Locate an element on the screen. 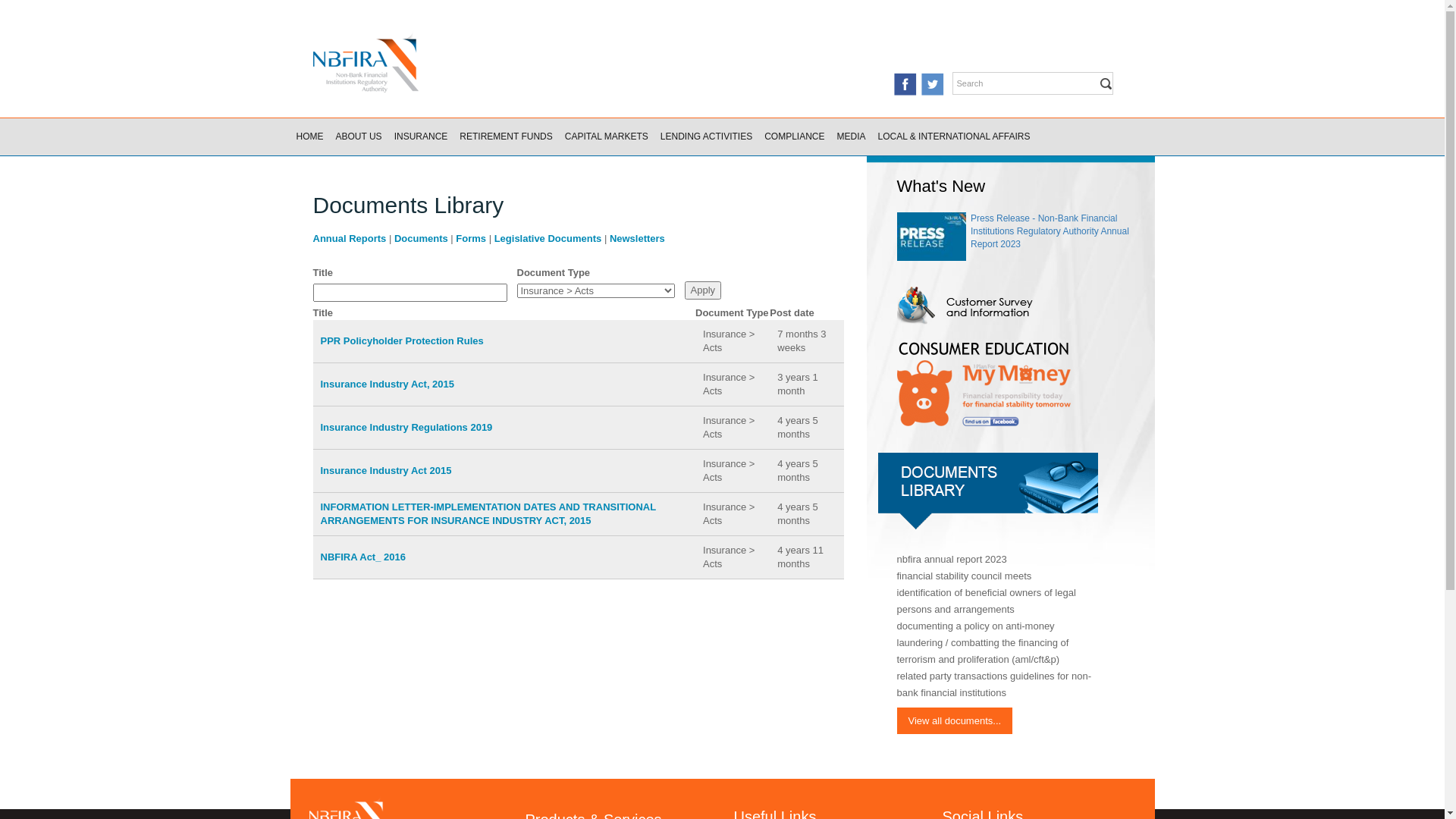 Image resolution: width=1456 pixels, height=819 pixels. 'INSURANCE' is located at coordinates (388, 136).